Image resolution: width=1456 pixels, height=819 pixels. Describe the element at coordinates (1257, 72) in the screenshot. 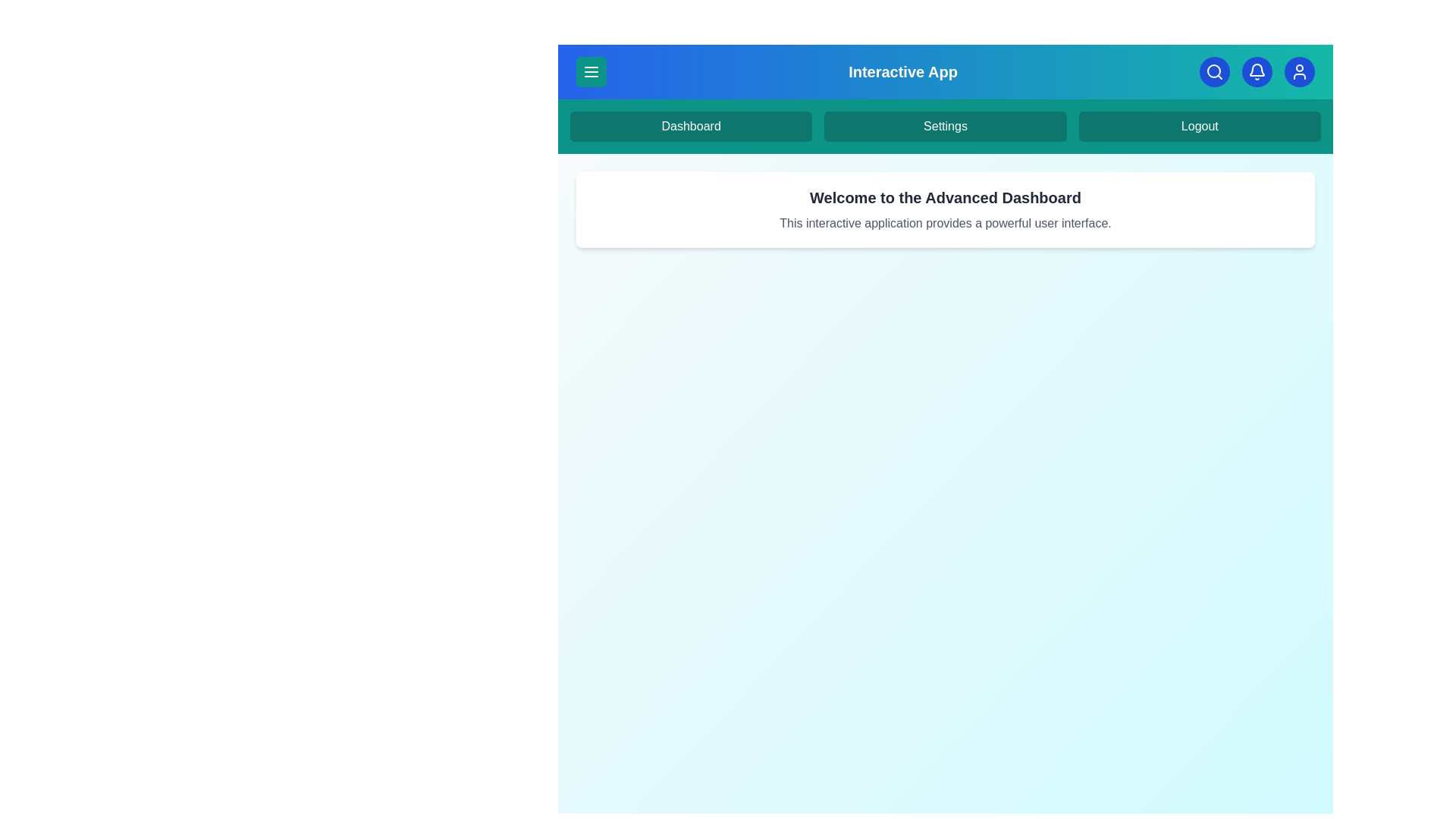

I see `the 'Notifications' button in the header` at that location.